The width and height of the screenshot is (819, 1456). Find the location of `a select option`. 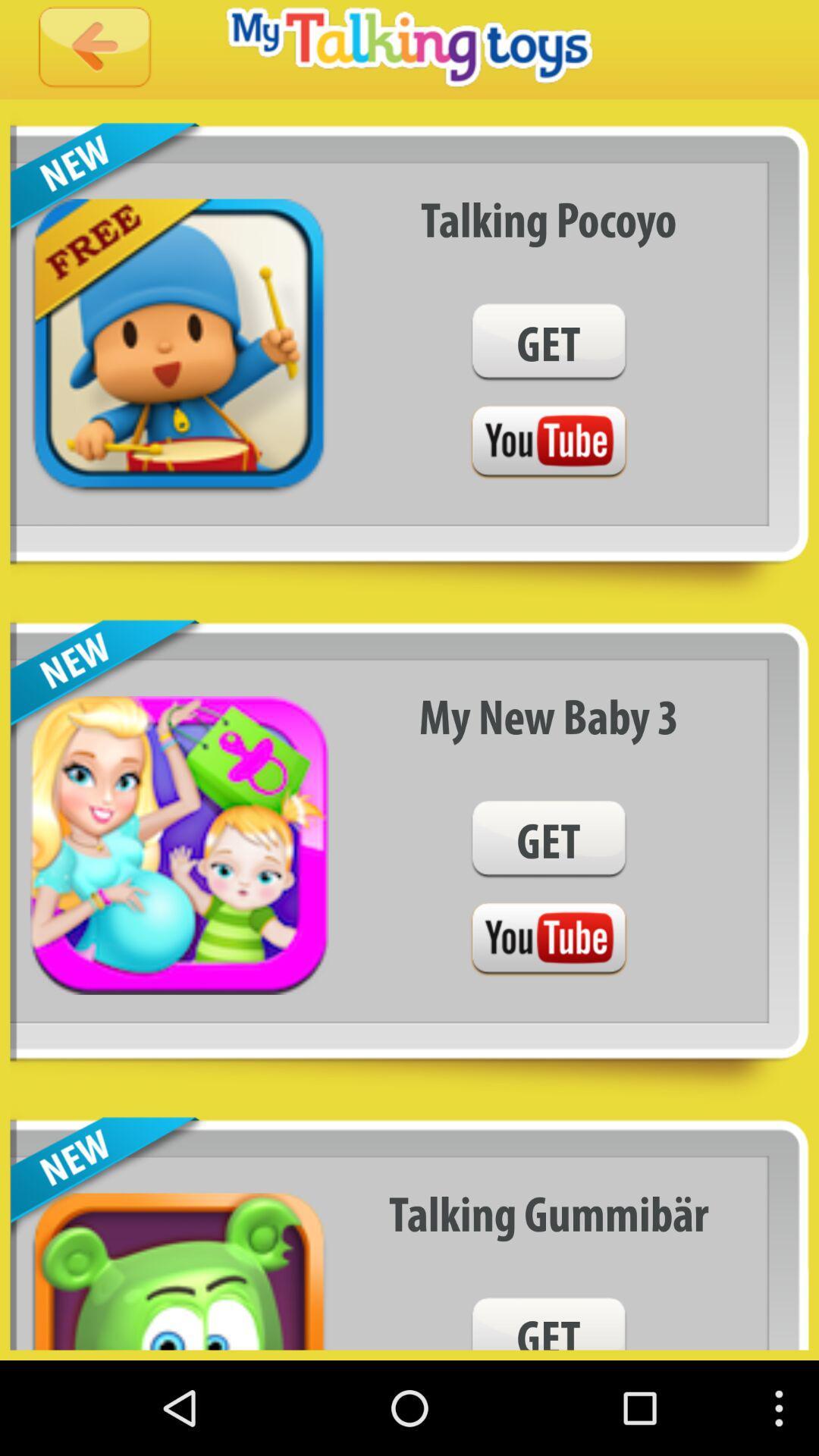

a select option is located at coordinates (548, 442).